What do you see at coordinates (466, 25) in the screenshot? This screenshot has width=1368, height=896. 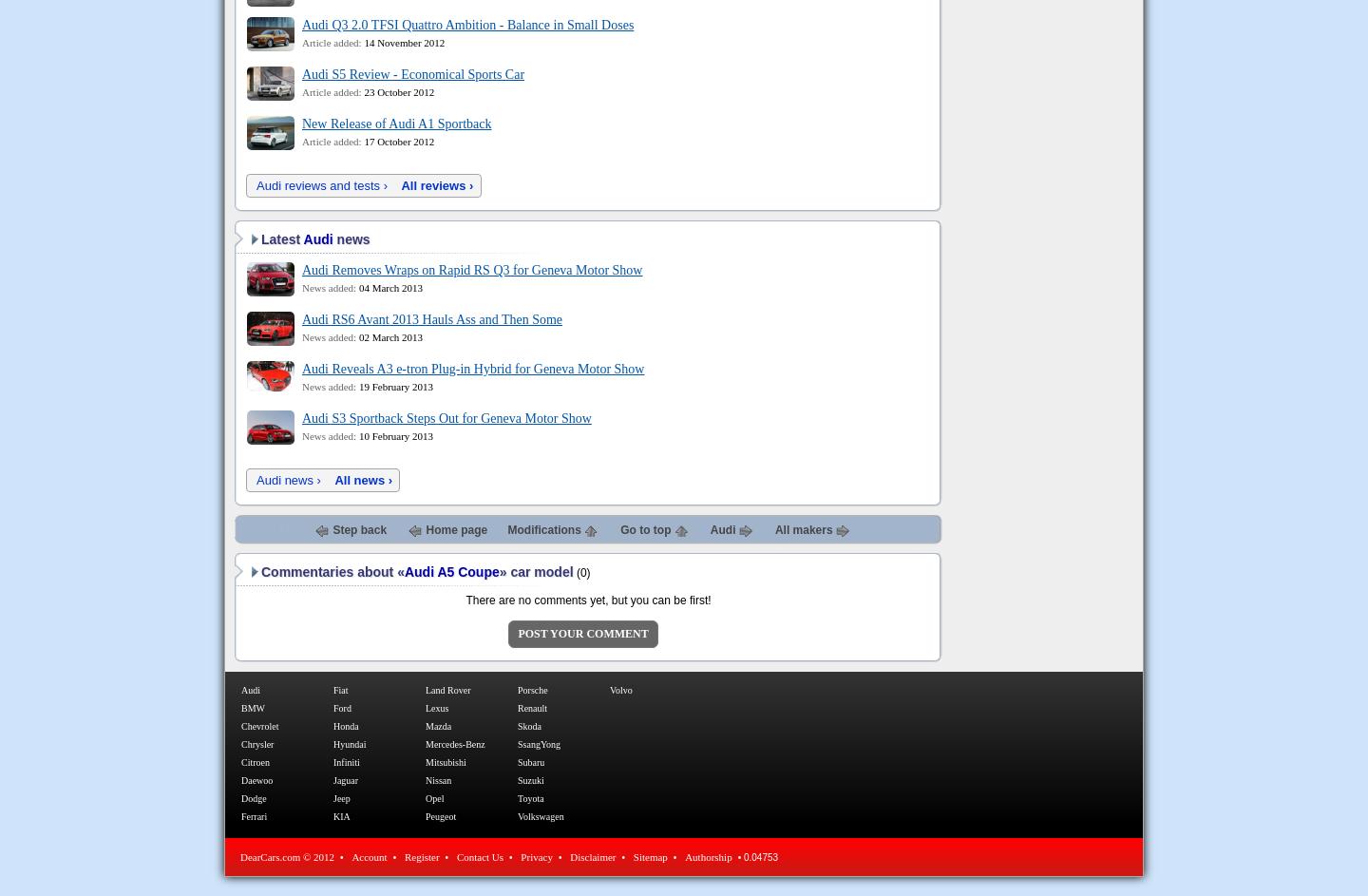 I see `'Audi Q3 2.0 TFSI Quattro Ambition - Balance in Small Doses'` at bounding box center [466, 25].